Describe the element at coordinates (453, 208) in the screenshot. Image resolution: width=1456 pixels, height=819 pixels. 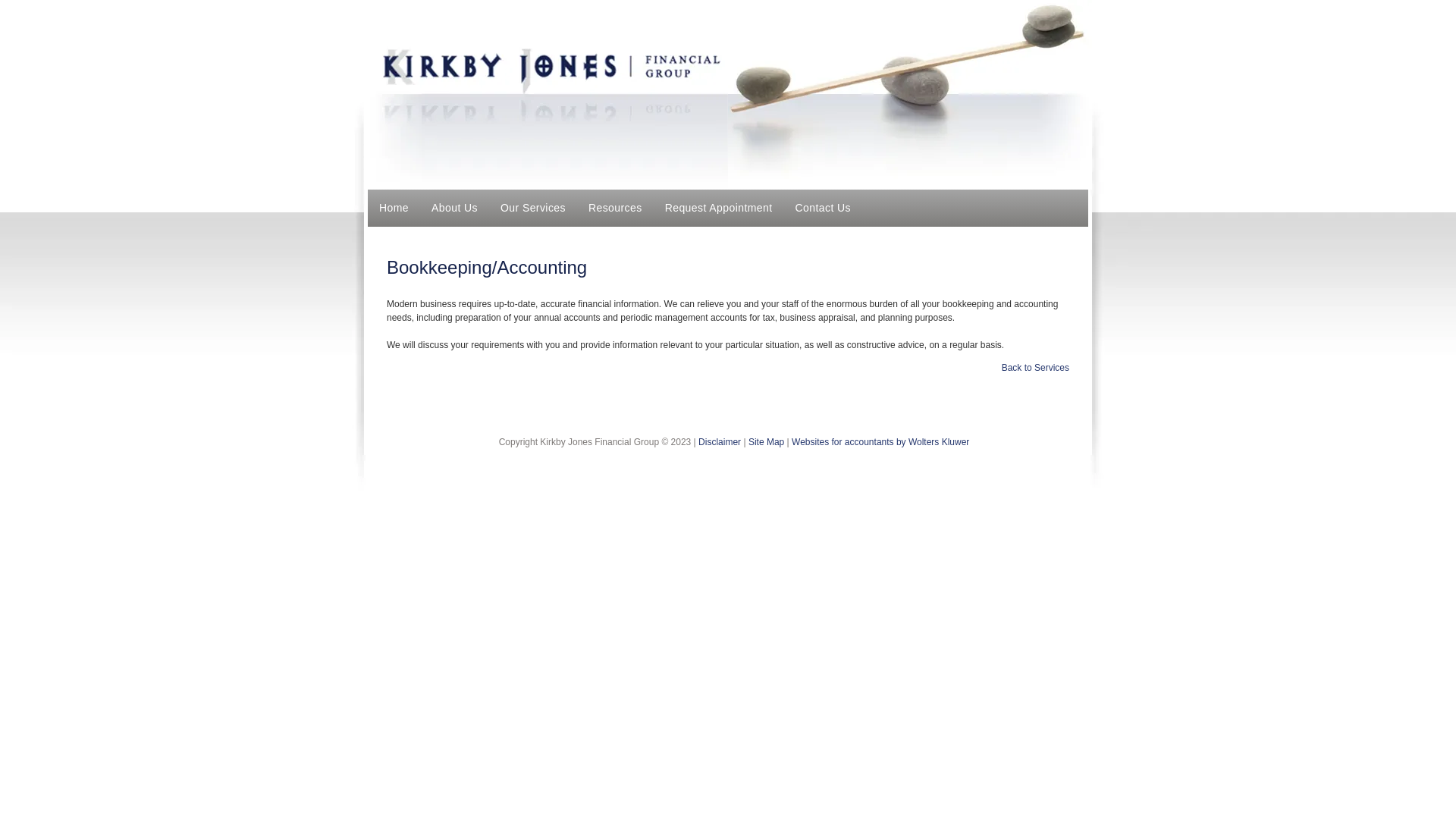
I see `'About Us'` at that location.